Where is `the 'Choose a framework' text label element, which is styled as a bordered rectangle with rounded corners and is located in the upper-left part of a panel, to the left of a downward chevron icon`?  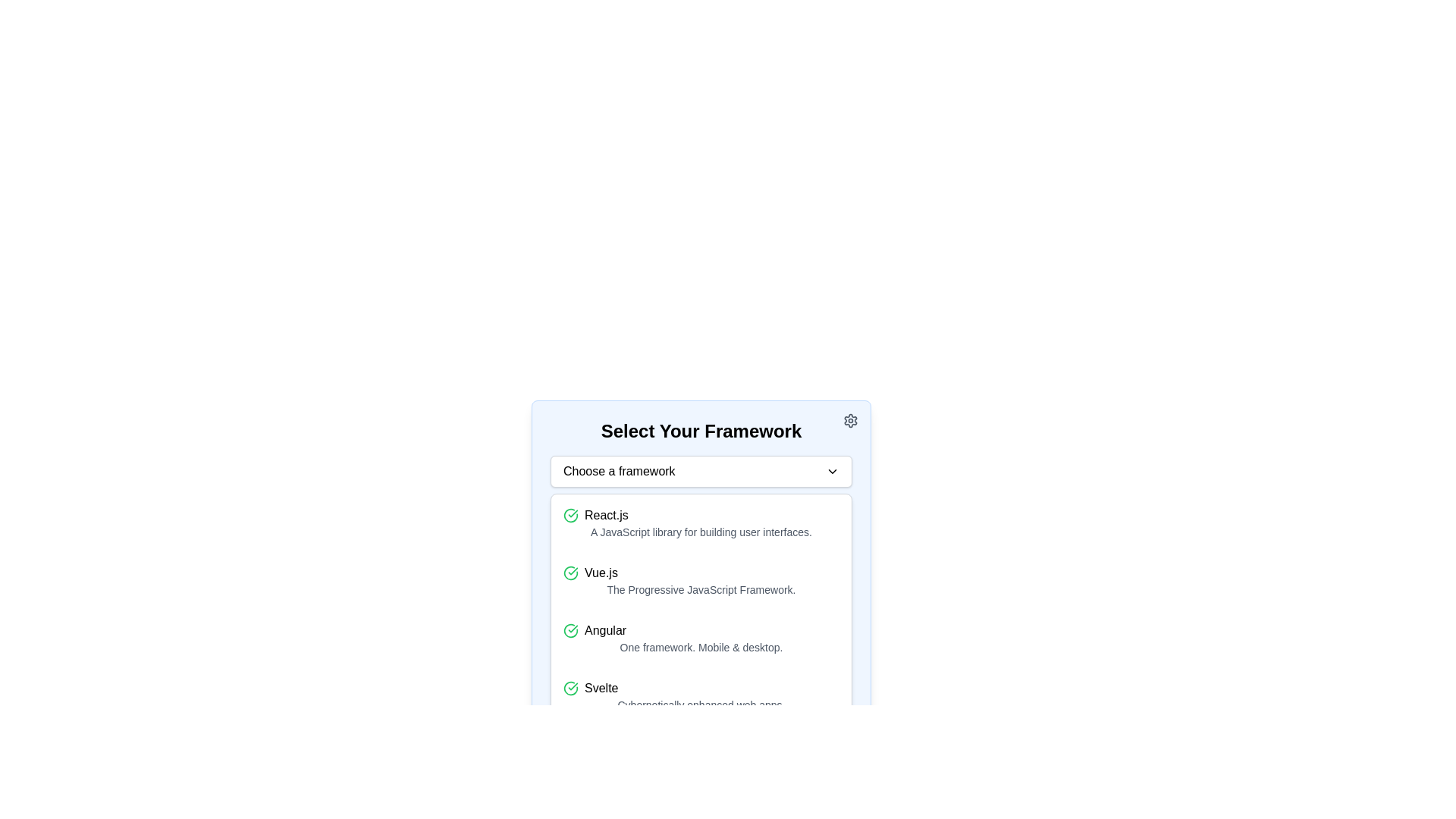
the 'Choose a framework' text label element, which is styled as a bordered rectangle with rounded corners and is located in the upper-left part of a panel, to the left of a downward chevron icon is located at coordinates (619, 470).